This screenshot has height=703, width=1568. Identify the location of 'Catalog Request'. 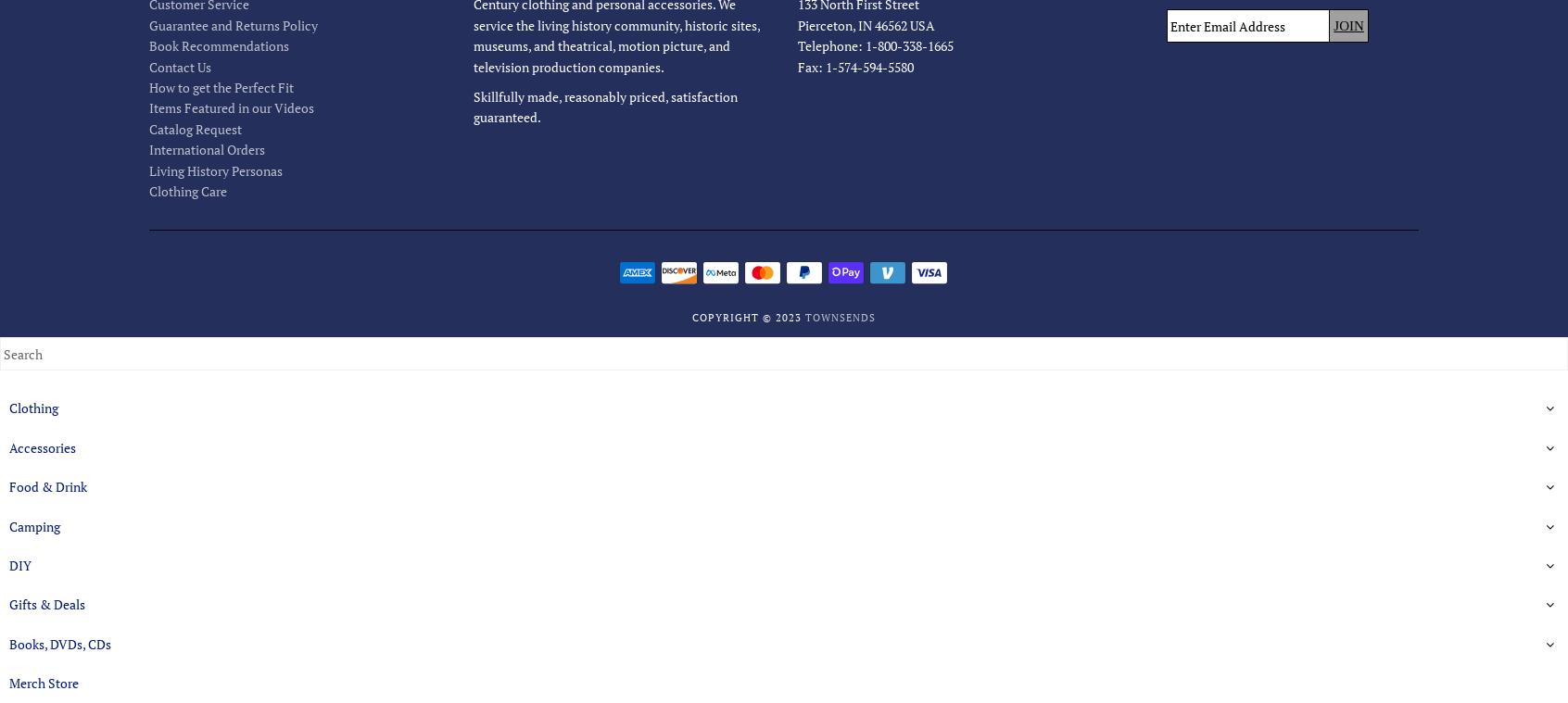
(193, 128).